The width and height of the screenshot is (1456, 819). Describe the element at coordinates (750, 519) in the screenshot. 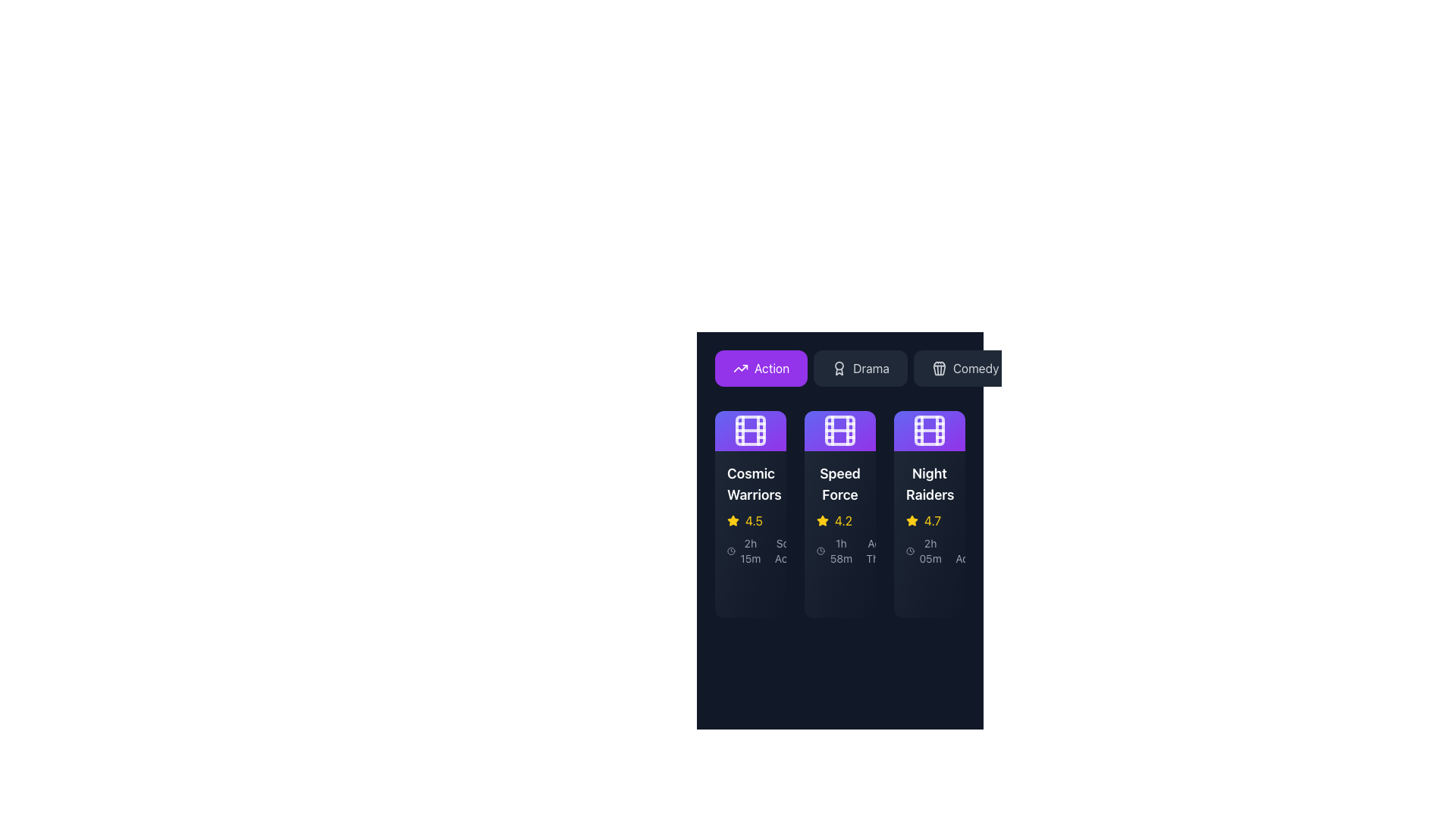

I see `the first rating display component located below the title 'Cosmic Warriors' within the card layout, which indicates the user rating for the associated content` at that location.